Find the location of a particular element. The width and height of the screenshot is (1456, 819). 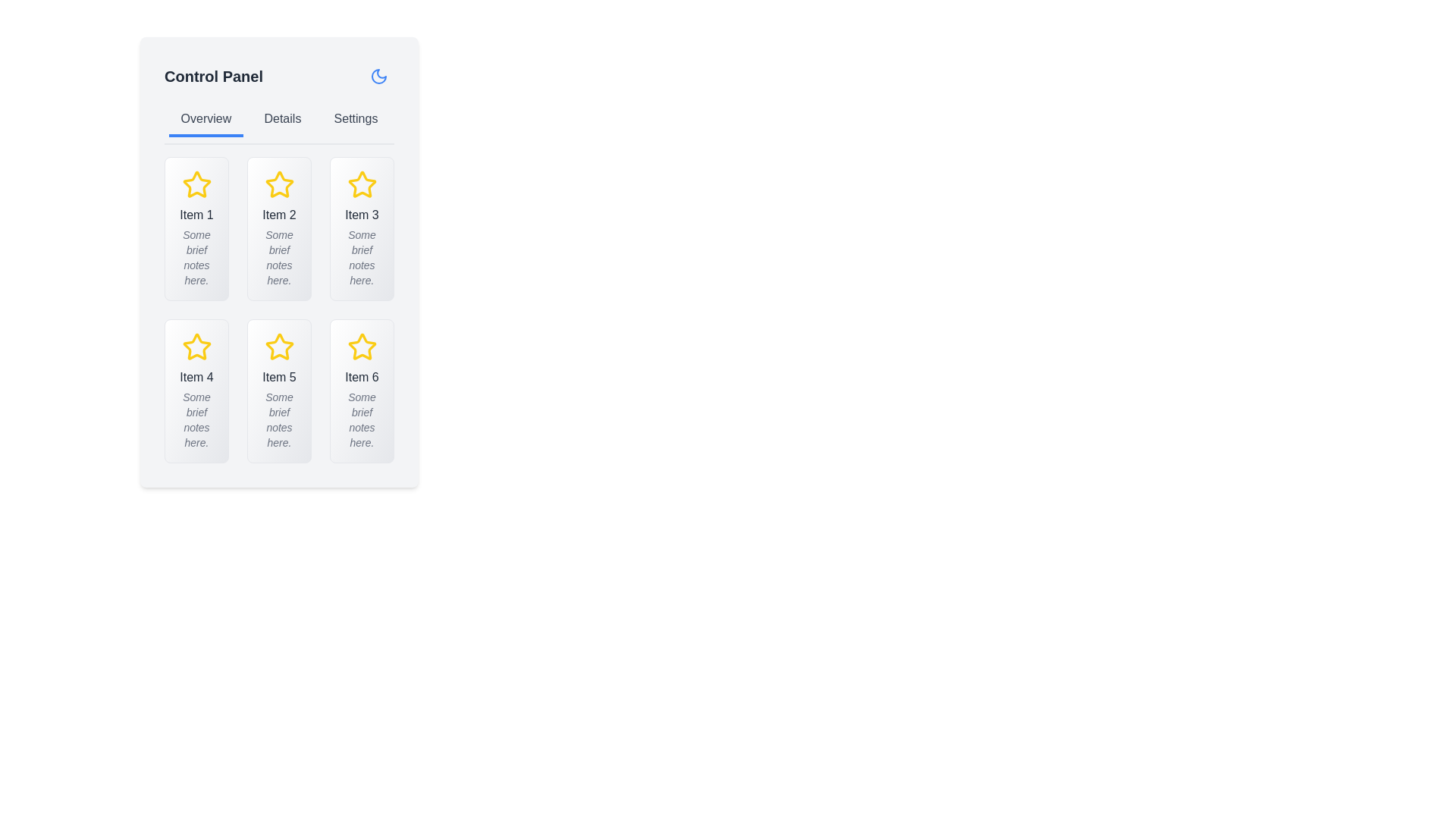

the star icon located in the center of the top row of the grid, specifically above the text 'Item 2' in the second card from the left in the 'Overview' tab of the 'Control Panel' interface is located at coordinates (279, 184).